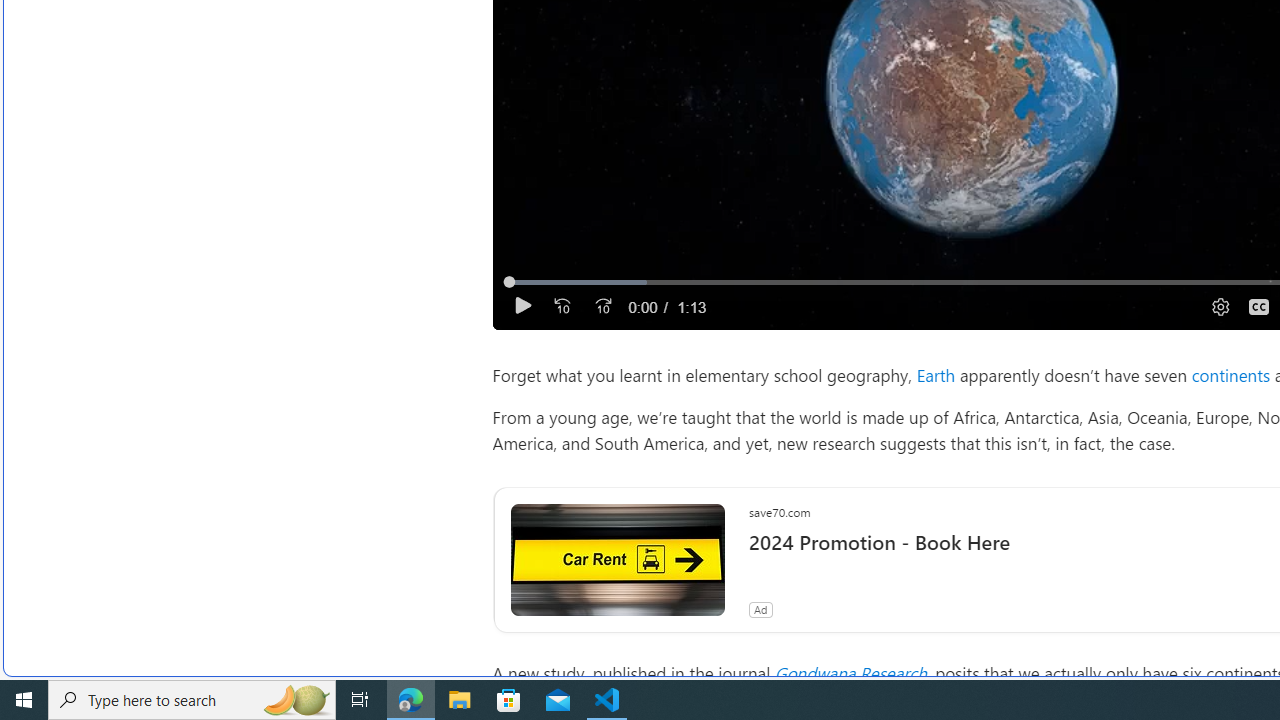  What do you see at coordinates (1229, 374) in the screenshot?
I see `'continents'` at bounding box center [1229, 374].